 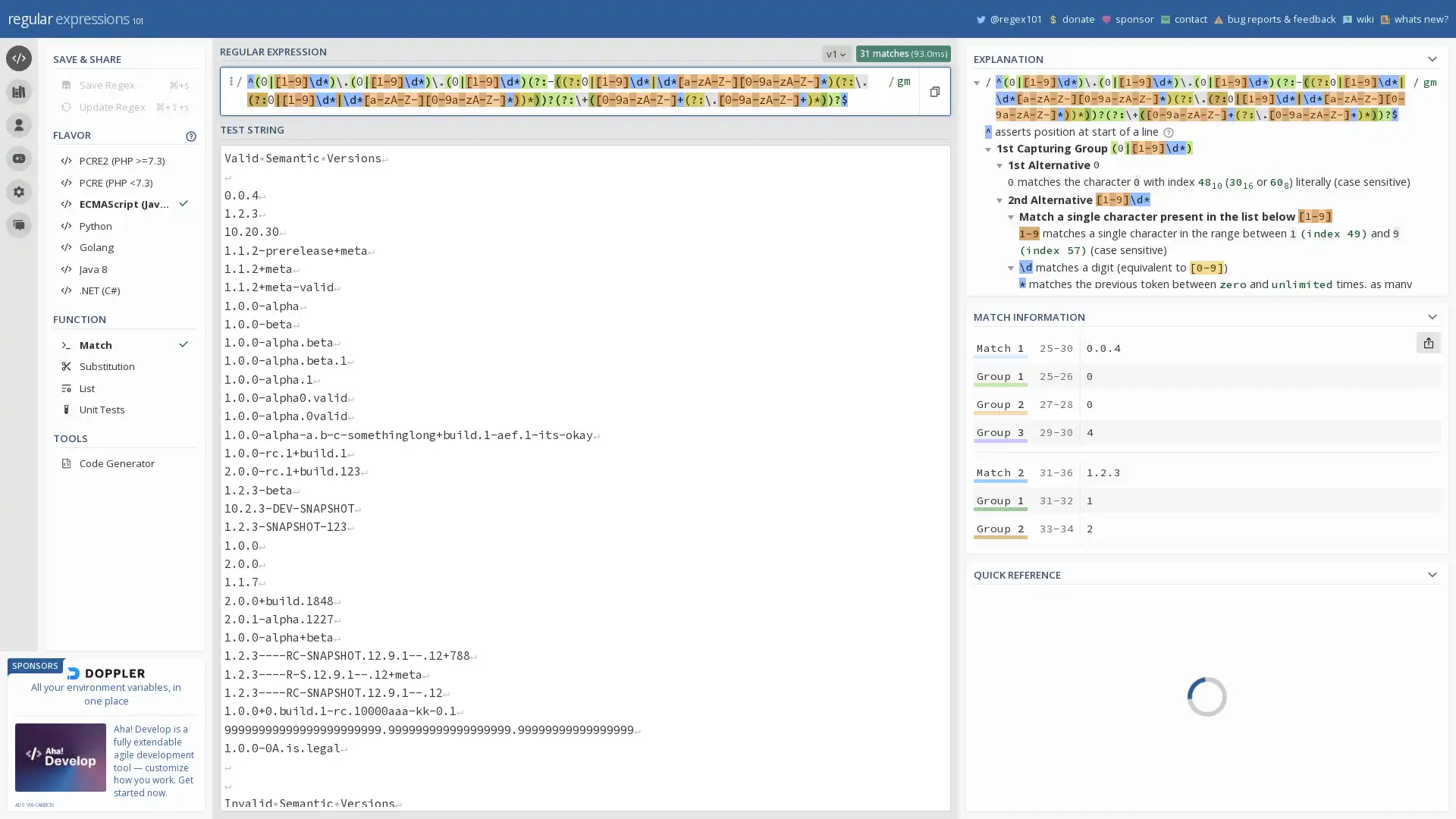 What do you see at coordinates (902, 91) in the screenshot?
I see `Set Regex Options` at bounding box center [902, 91].